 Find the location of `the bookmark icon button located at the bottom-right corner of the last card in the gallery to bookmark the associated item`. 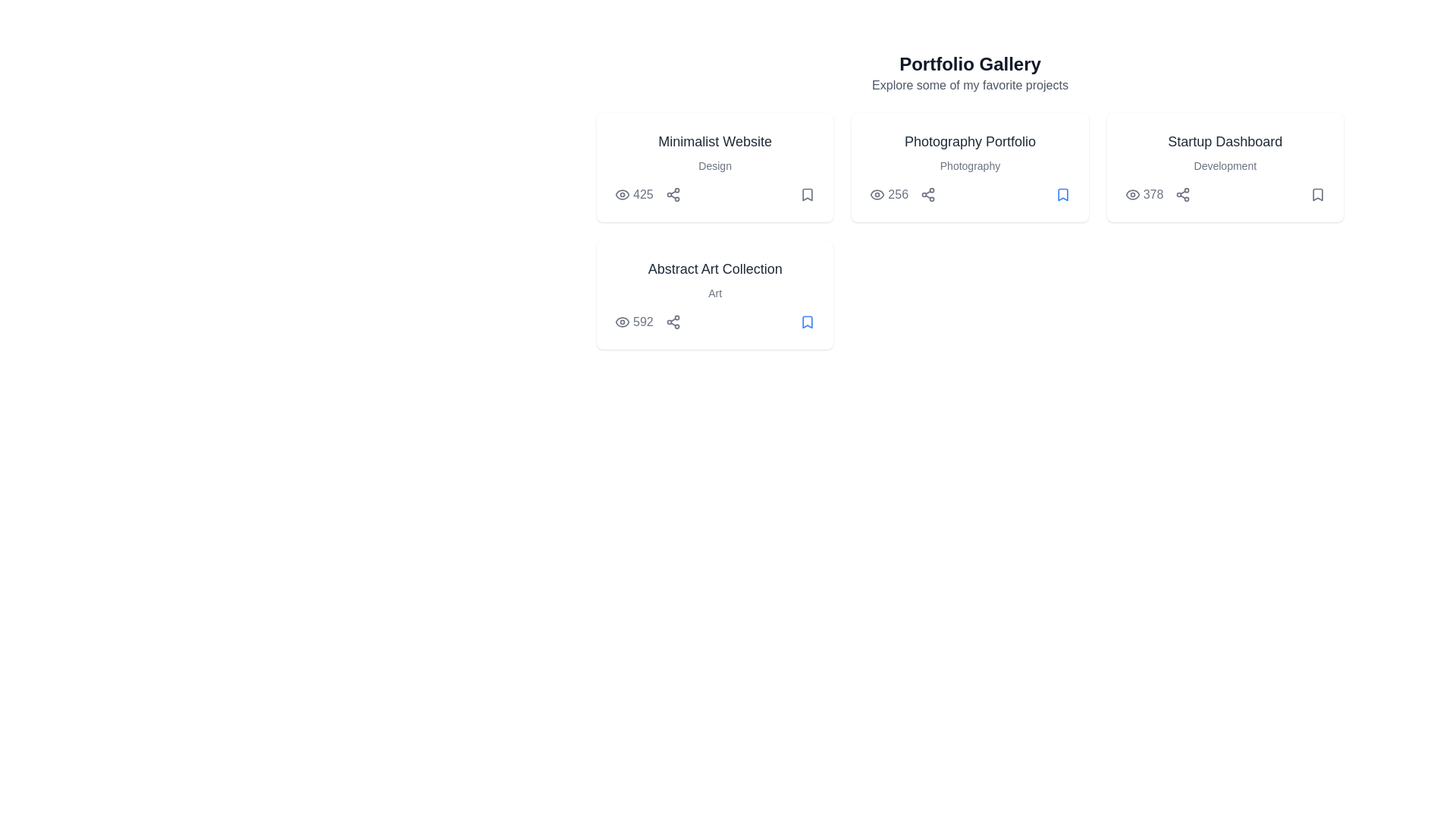

the bookmark icon button located at the bottom-right corner of the last card in the gallery to bookmark the associated item is located at coordinates (807, 321).